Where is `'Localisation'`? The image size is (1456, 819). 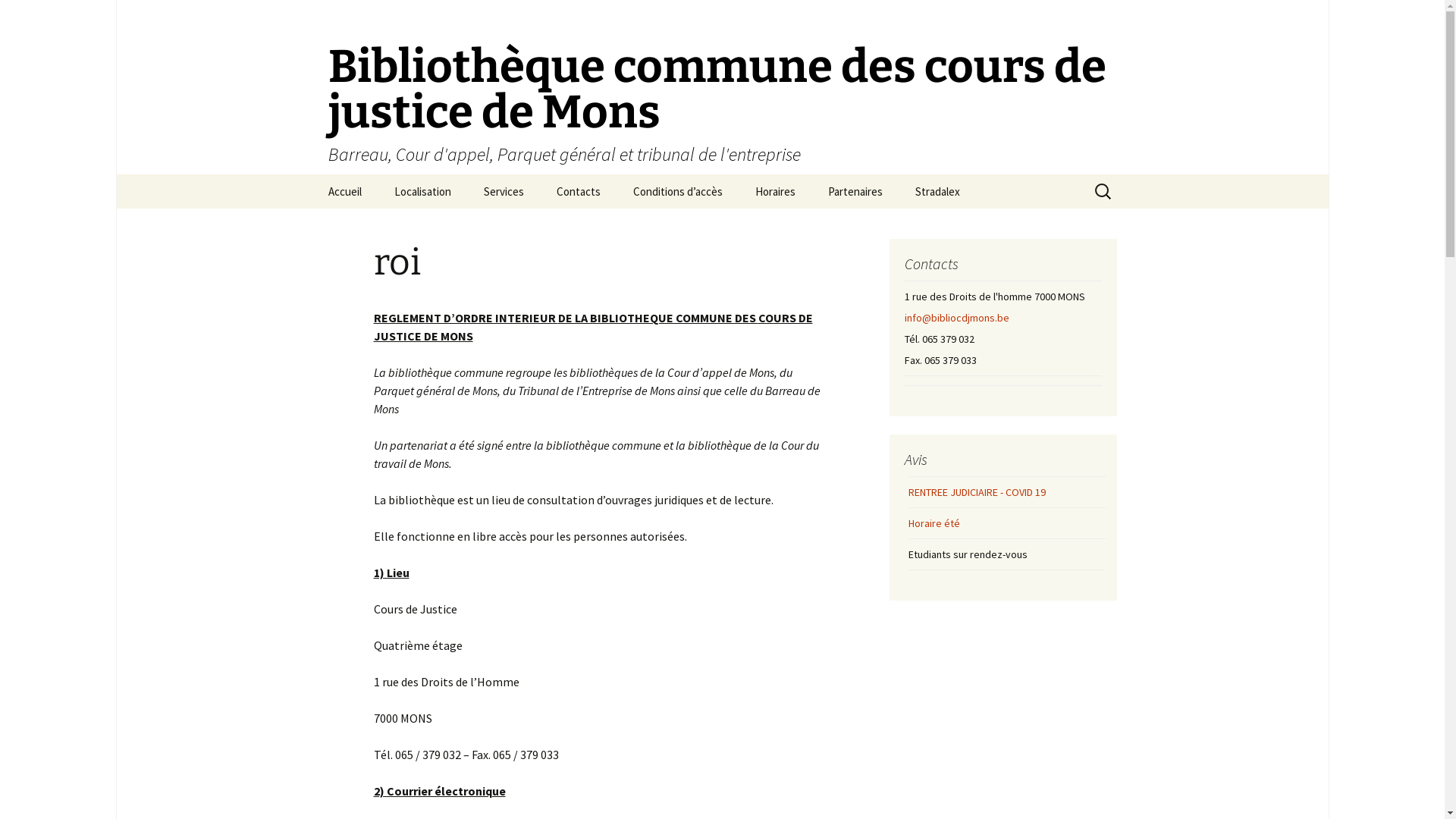
'Localisation' is located at coordinates (422, 190).